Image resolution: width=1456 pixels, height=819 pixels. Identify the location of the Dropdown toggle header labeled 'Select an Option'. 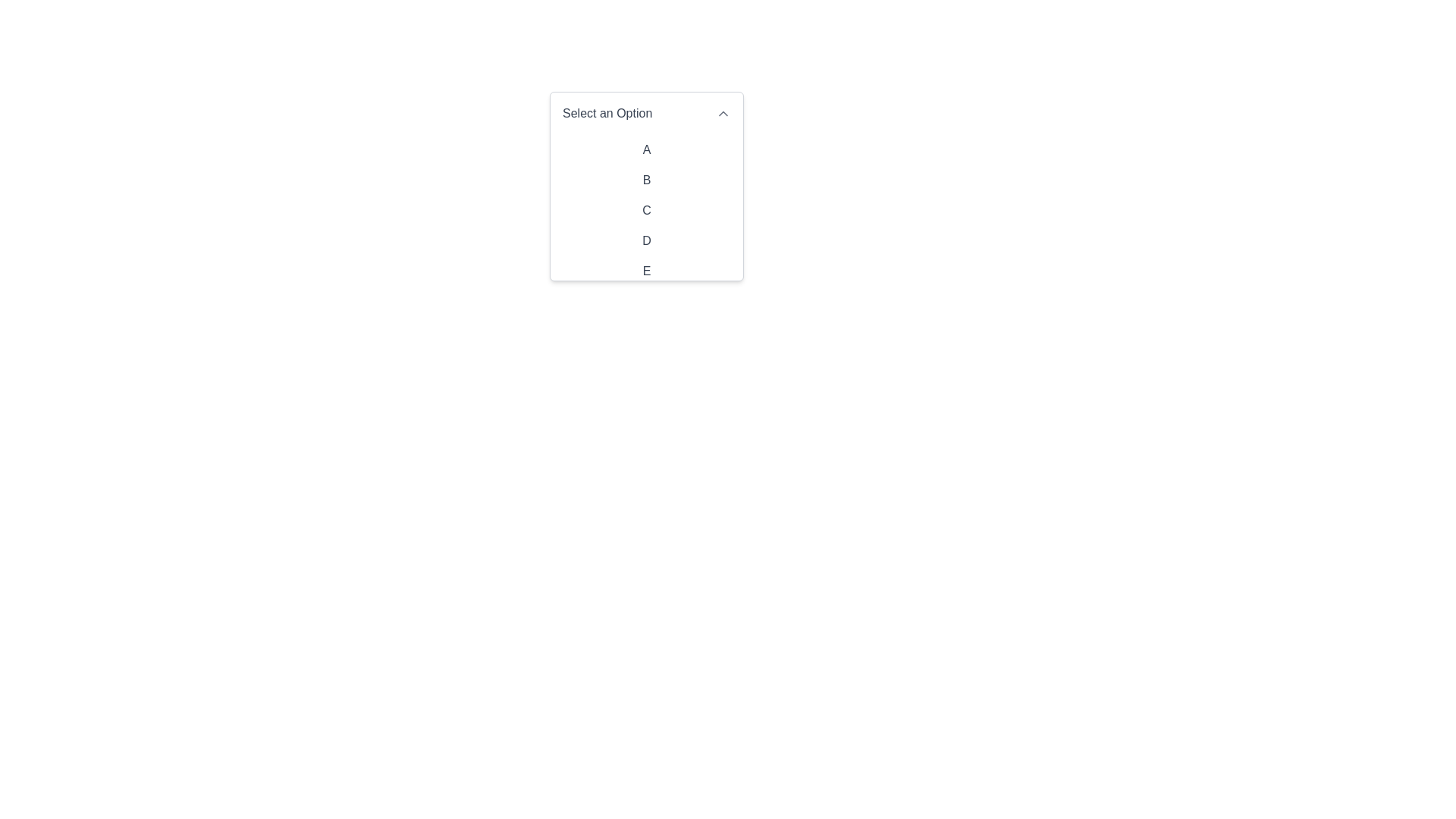
(647, 113).